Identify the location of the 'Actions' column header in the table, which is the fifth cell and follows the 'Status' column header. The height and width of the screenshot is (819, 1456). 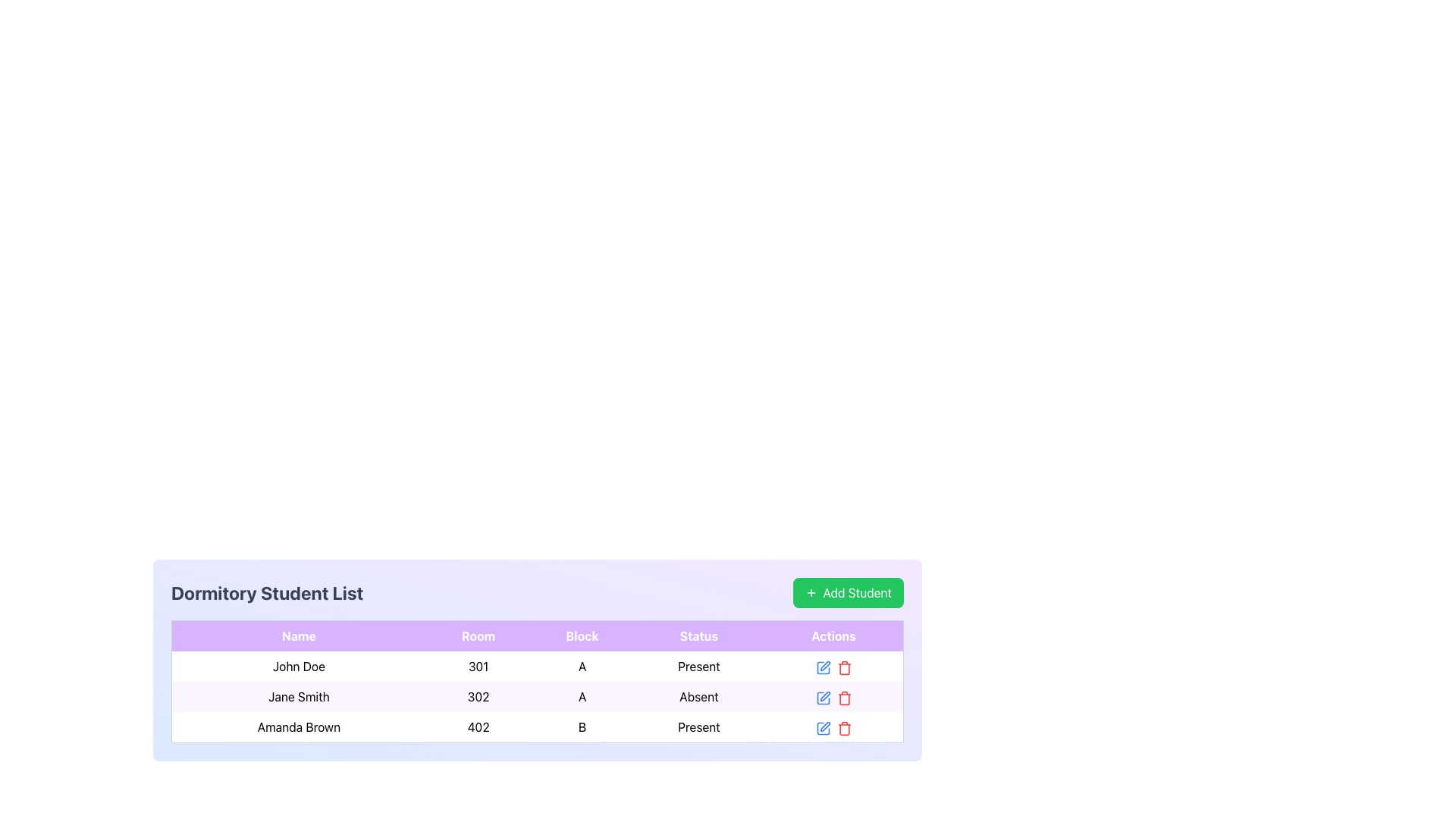
(833, 635).